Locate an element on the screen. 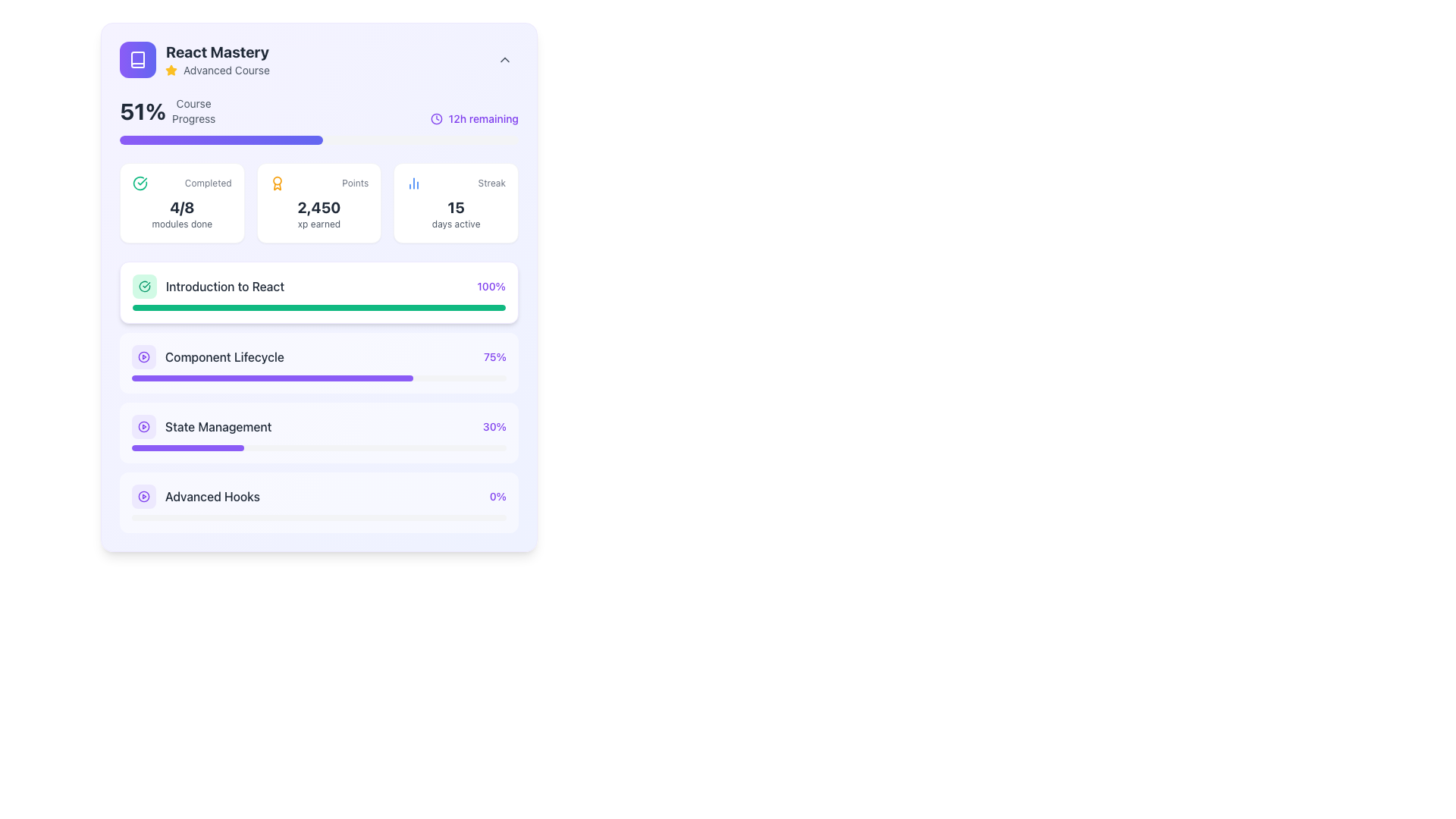  the progress bar indicating 'Component Lifecycle' which shows 75% completion is located at coordinates (318, 377).